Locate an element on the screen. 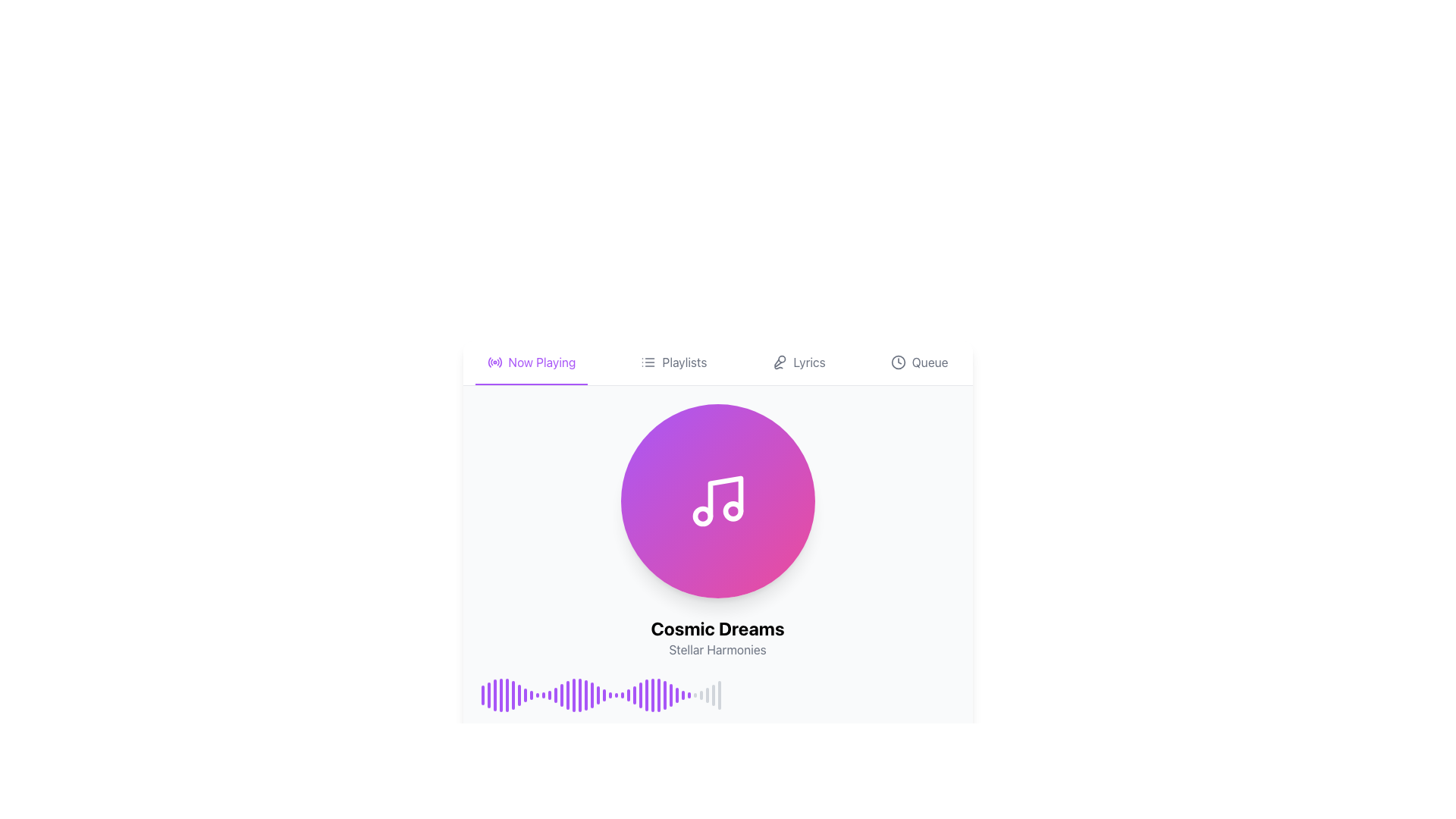 The image size is (1456, 819). the Audio visualizer located below the titles 'Cosmic Dreams' and 'Stellar Harmonies' for additional functionality is located at coordinates (717, 695).